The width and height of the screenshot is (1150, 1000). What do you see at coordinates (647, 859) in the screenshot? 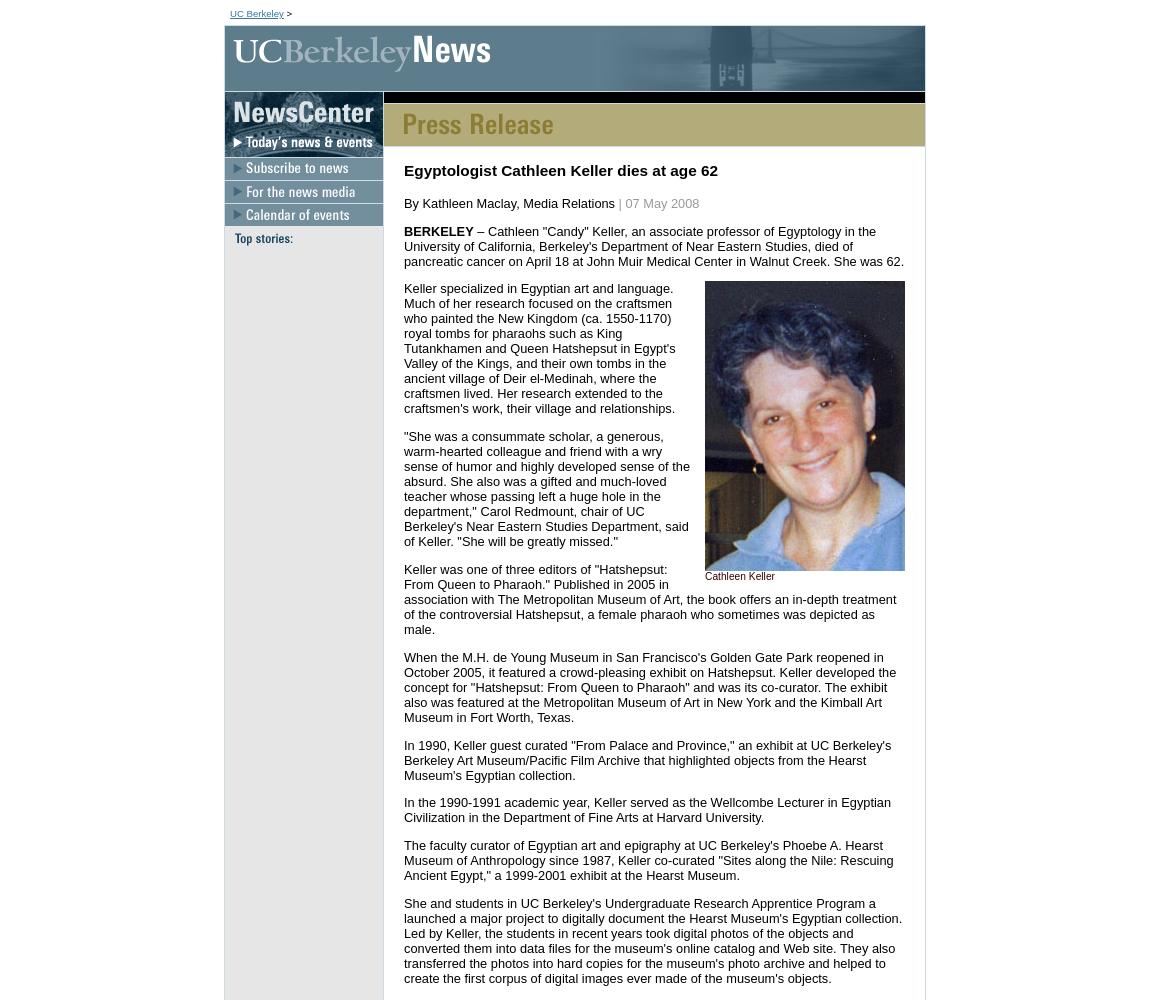
I see `'The faculty curator of Egyptian art and epigraphy at UC Berkeley's Phoebe A. Hearst Museum of Anthropology since 1987, Keller co-curated "Sites along the Nile: Rescuing Ancient Egypt," a 1999-2001 exhibit at the Hearst Museum.'` at bounding box center [647, 859].